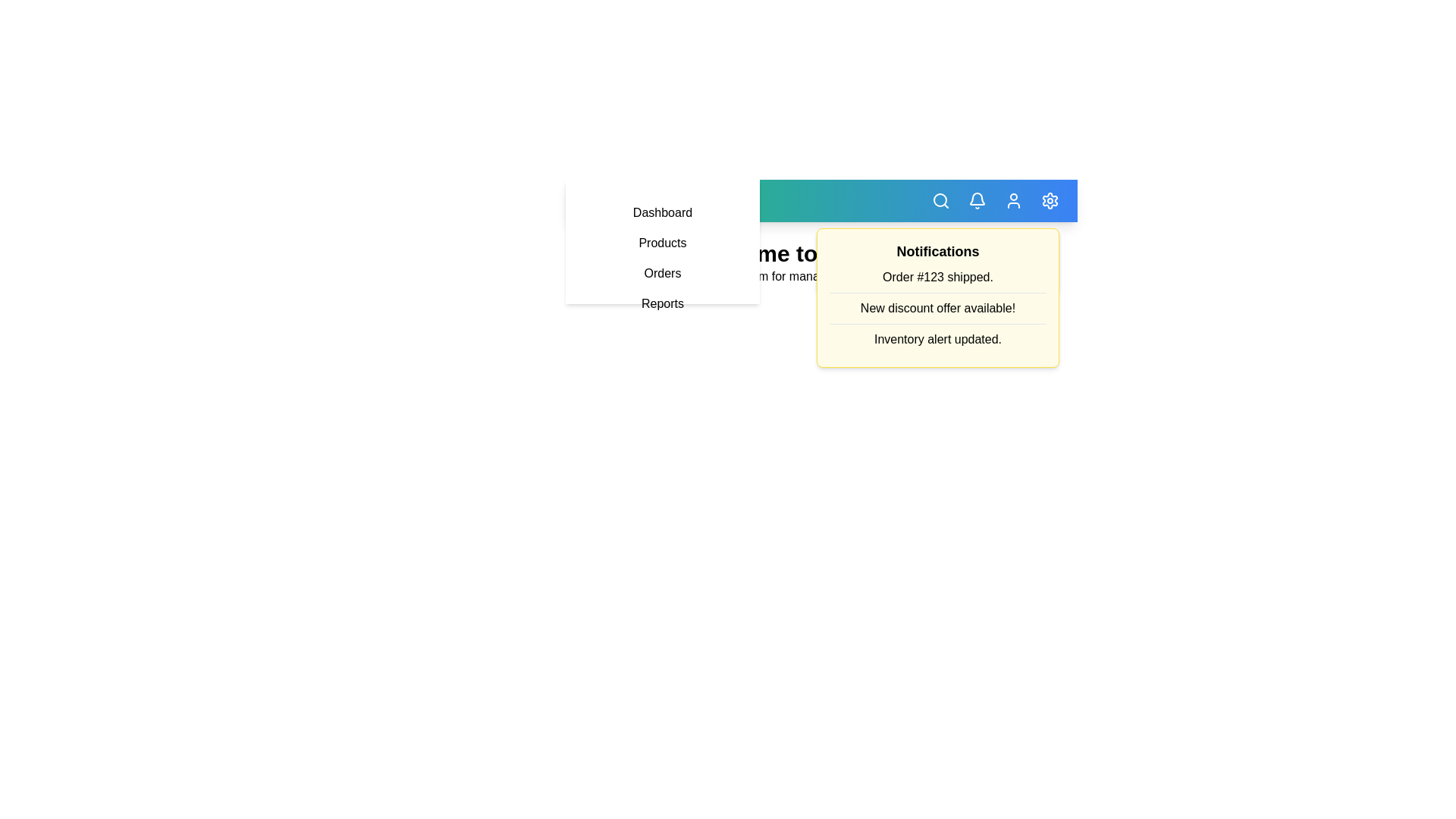  Describe the element at coordinates (662, 274) in the screenshot. I see `the 'Orders' menu item in the text-based navigation menu` at that location.